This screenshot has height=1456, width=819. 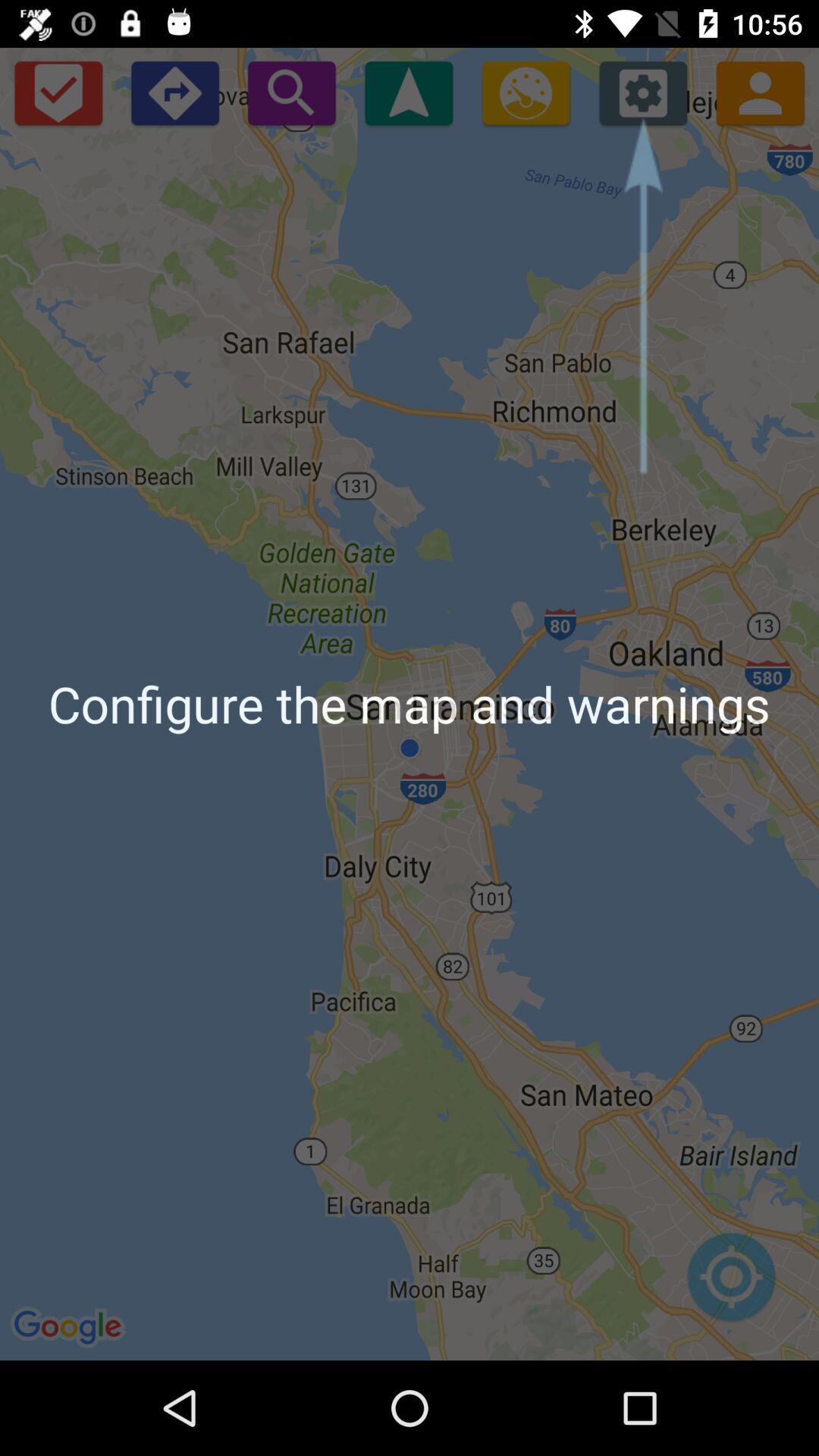 What do you see at coordinates (760, 92) in the screenshot?
I see `item above the configure the map item` at bounding box center [760, 92].